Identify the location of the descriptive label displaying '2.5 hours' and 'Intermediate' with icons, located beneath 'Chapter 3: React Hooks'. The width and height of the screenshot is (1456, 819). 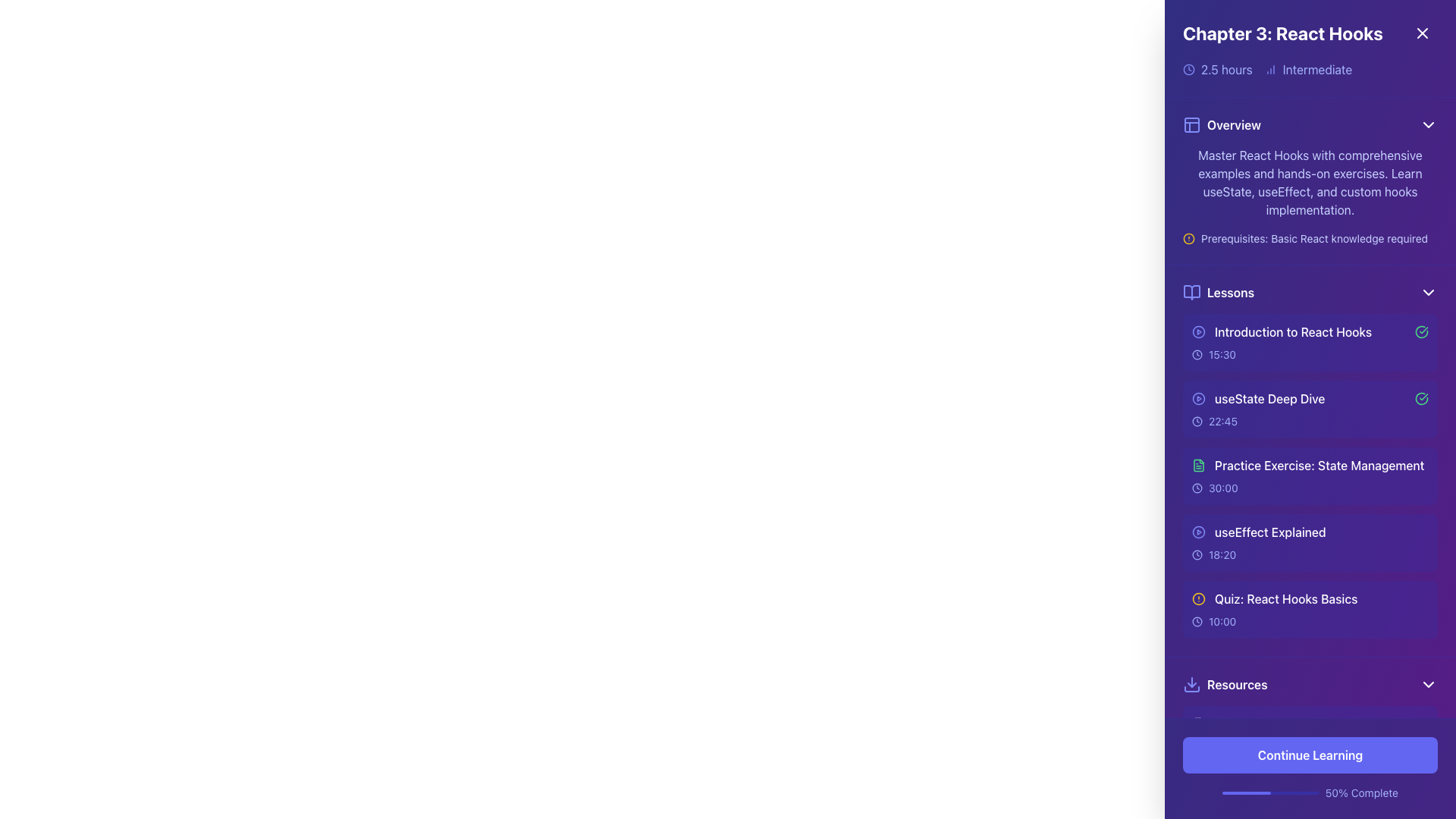
(1310, 70).